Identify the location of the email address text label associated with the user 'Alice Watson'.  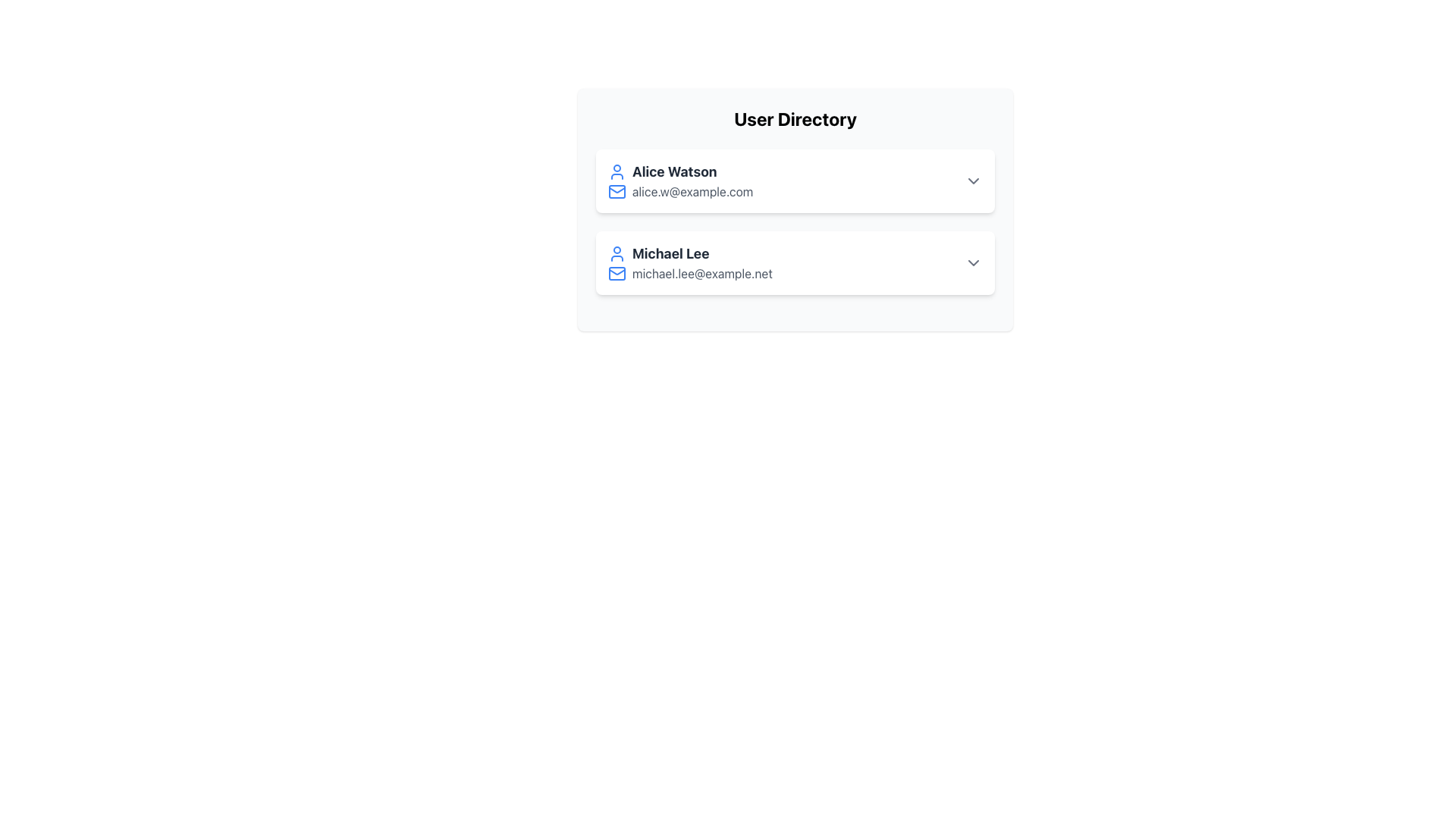
(679, 191).